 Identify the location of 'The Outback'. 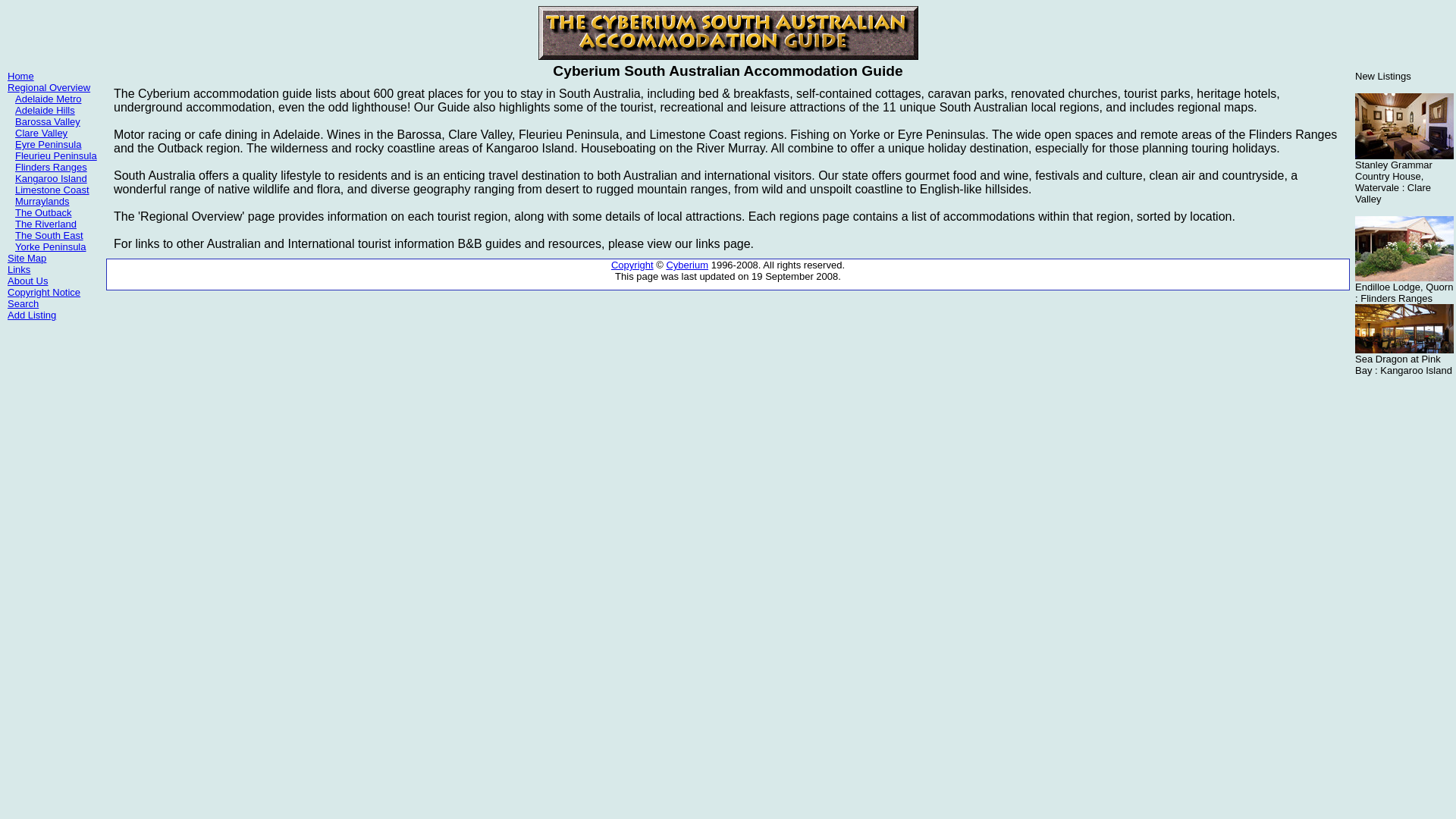
(43, 212).